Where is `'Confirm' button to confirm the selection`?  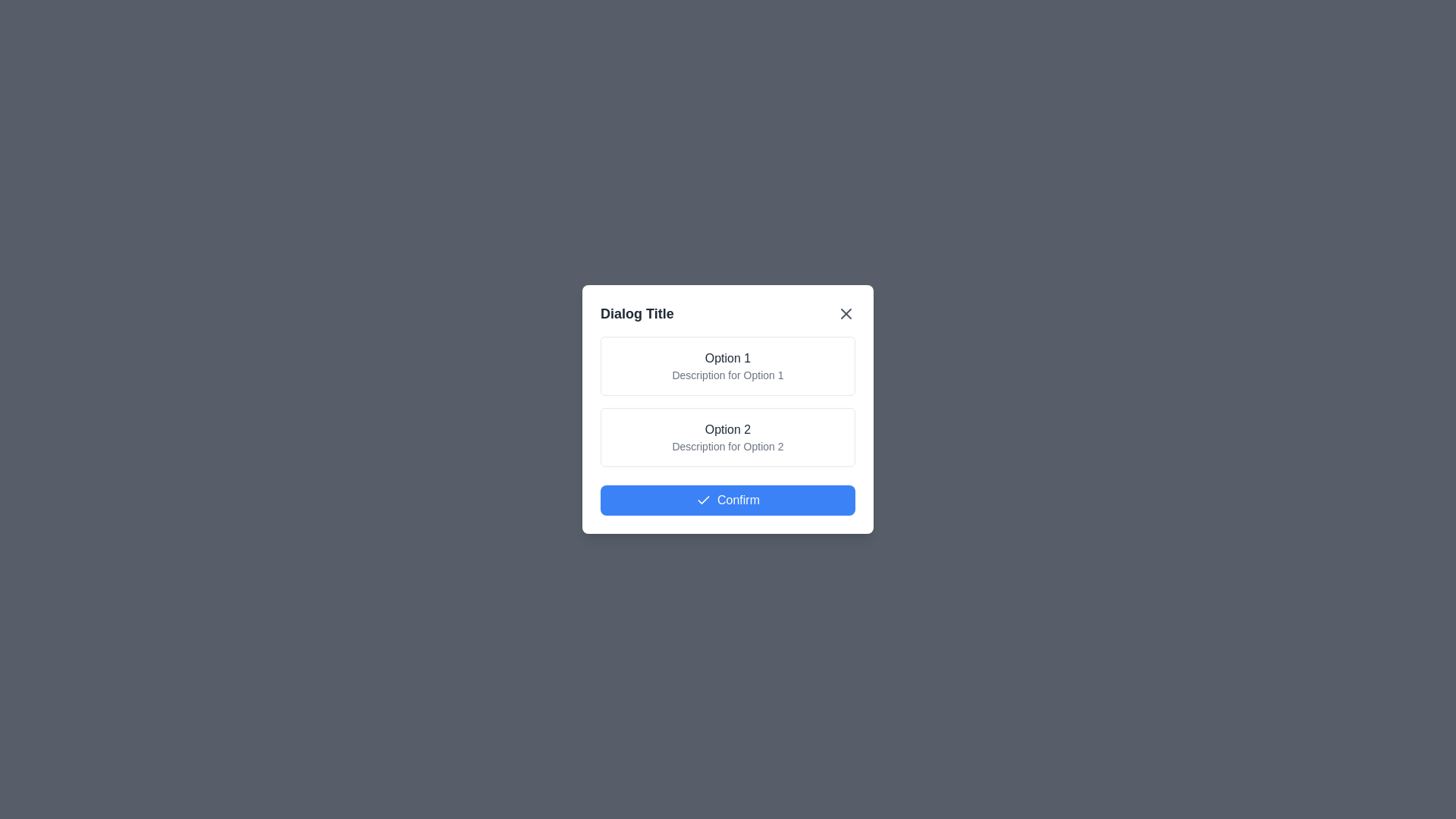 'Confirm' button to confirm the selection is located at coordinates (728, 500).